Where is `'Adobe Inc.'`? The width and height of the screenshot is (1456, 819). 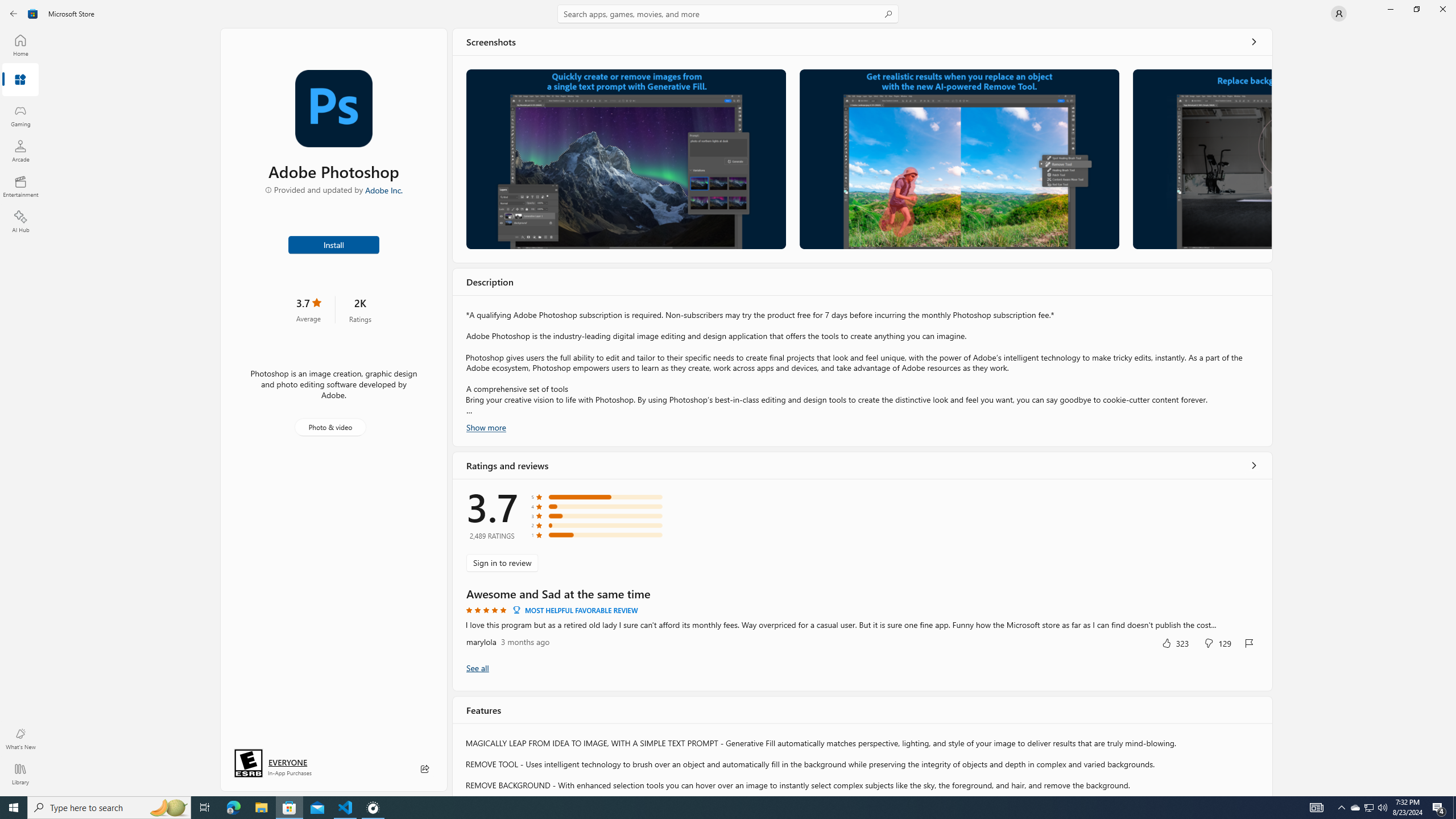 'Adobe Inc.' is located at coordinates (383, 189).